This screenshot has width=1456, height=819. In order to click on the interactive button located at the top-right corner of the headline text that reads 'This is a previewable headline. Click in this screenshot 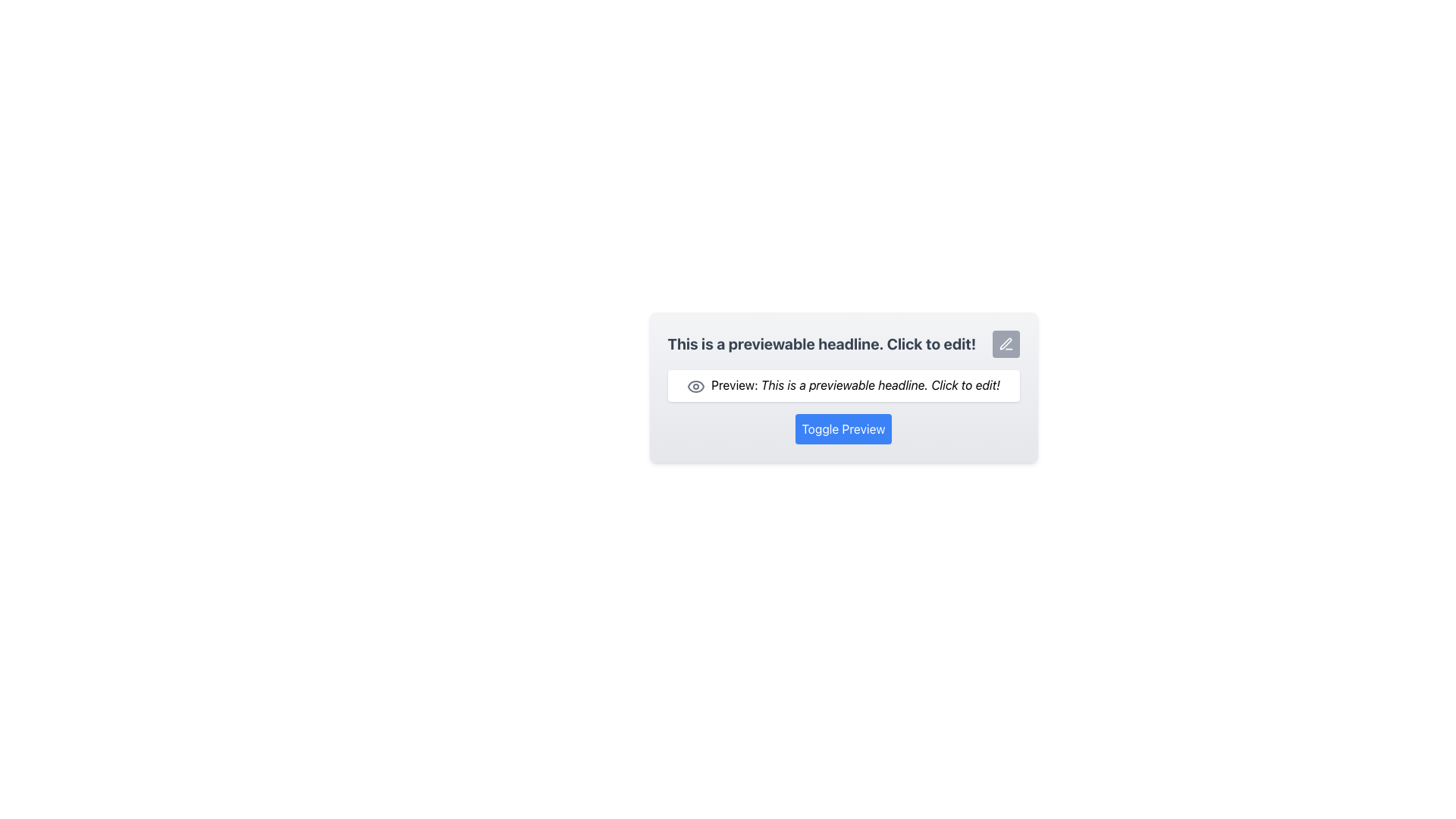, I will do `click(1006, 344)`.